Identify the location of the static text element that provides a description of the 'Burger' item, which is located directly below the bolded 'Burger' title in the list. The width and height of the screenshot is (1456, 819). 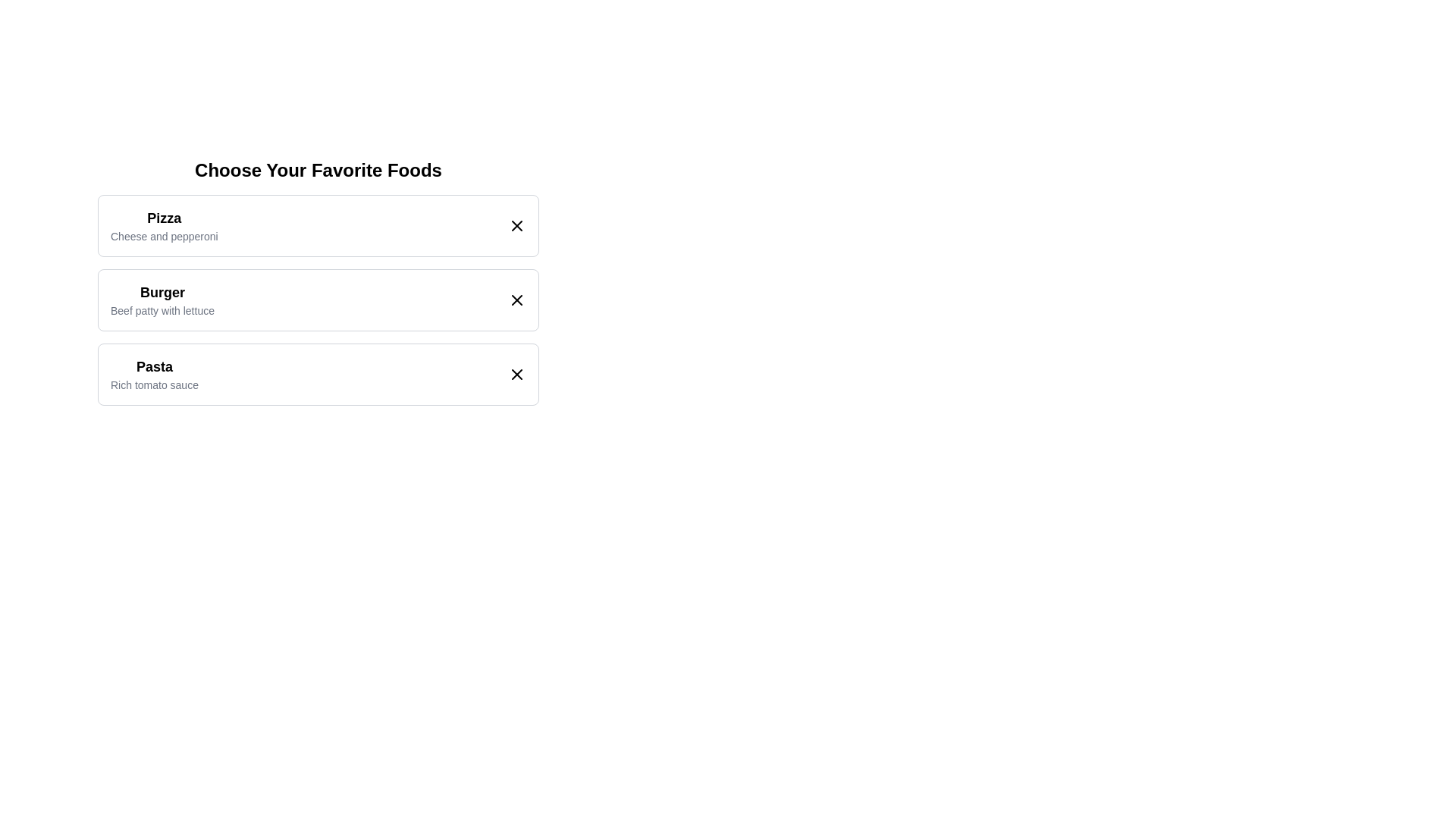
(162, 309).